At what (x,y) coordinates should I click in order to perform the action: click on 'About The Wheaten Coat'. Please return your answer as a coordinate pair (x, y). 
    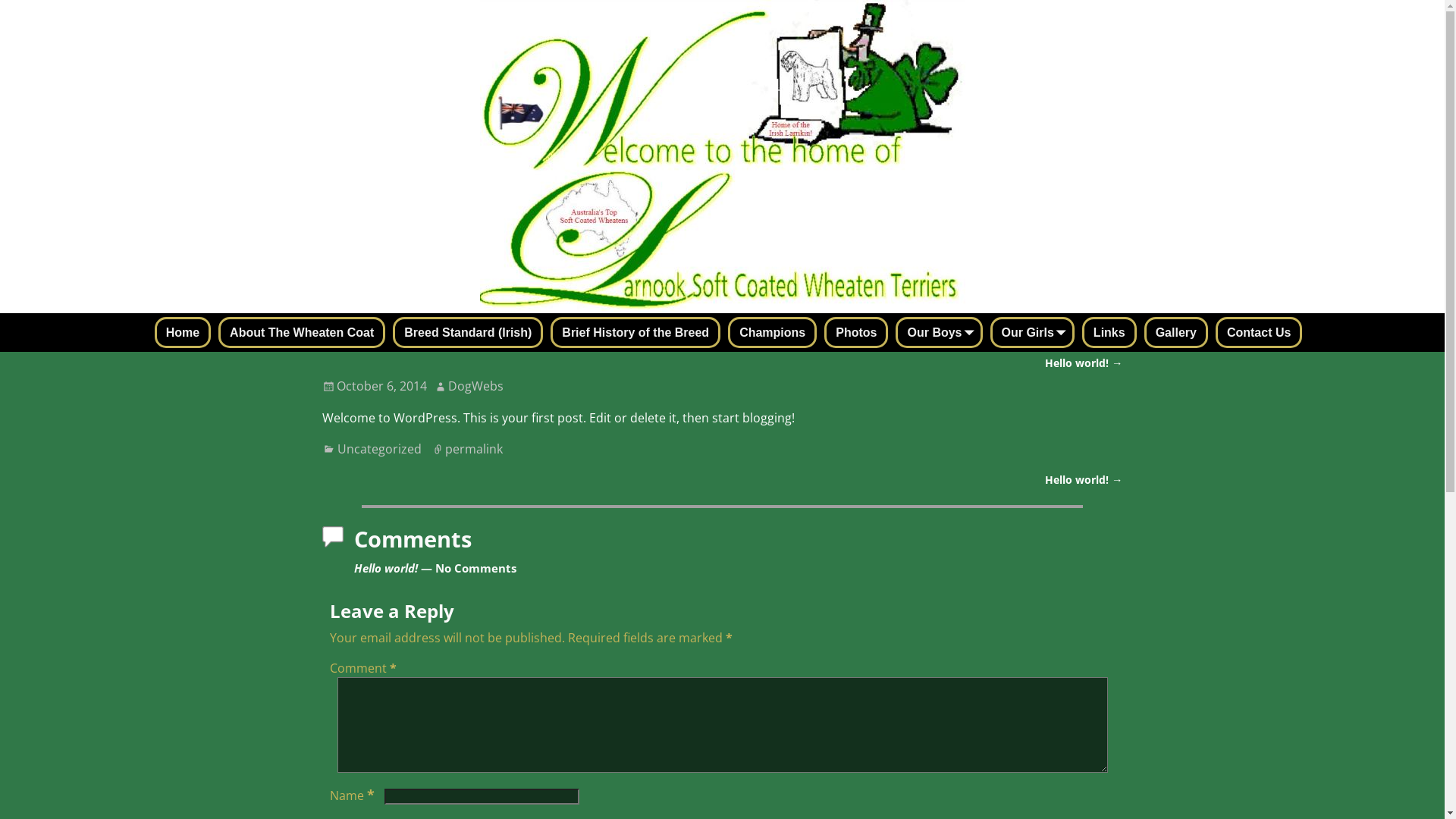
    Looking at the image, I should click on (302, 331).